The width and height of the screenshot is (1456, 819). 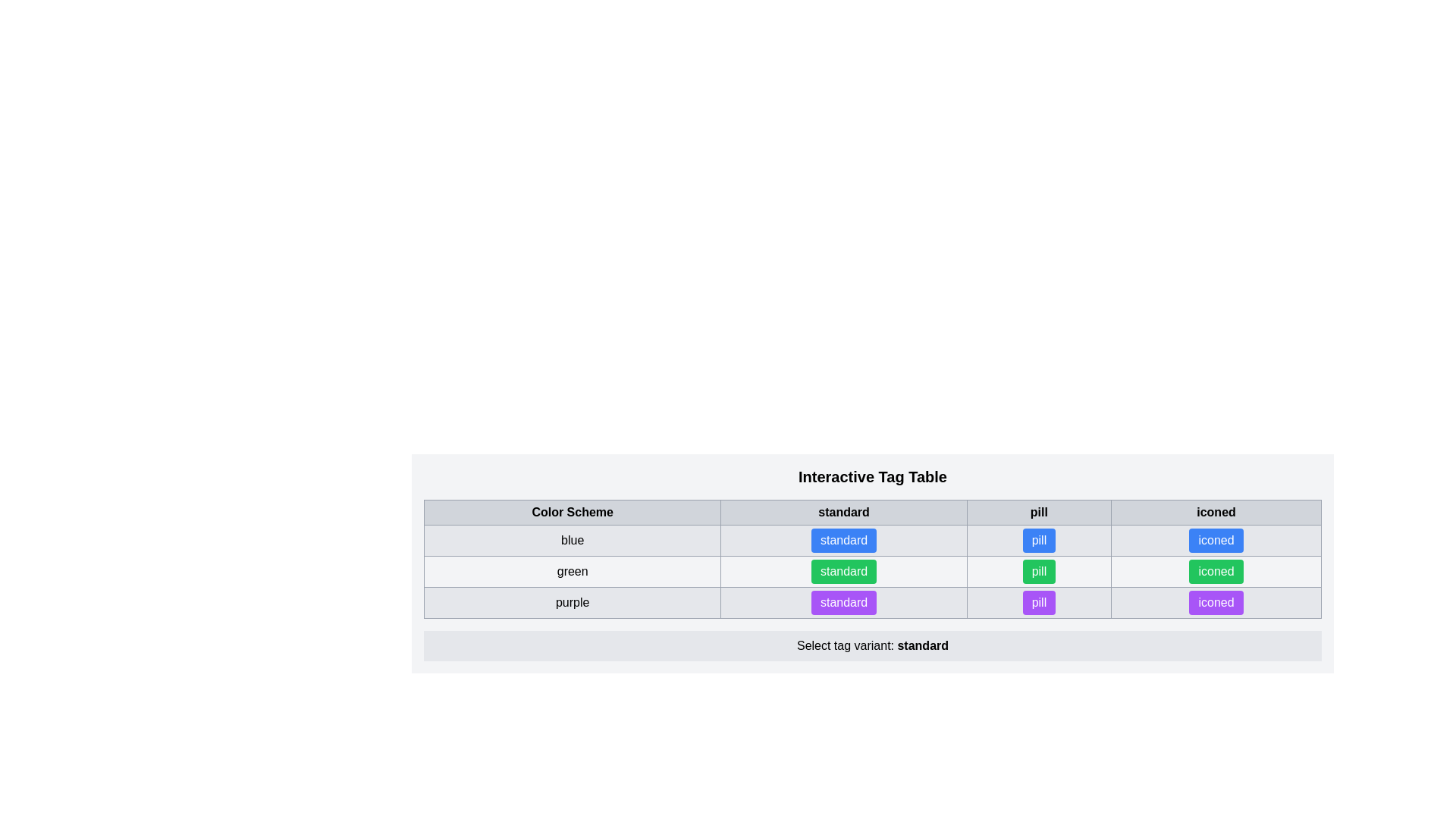 What do you see at coordinates (873, 601) in the screenshot?
I see `the interactive button that activates the 'standard' option in the 'purple' color theme, located in the third row of the table structure` at bounding box center [873, 601].